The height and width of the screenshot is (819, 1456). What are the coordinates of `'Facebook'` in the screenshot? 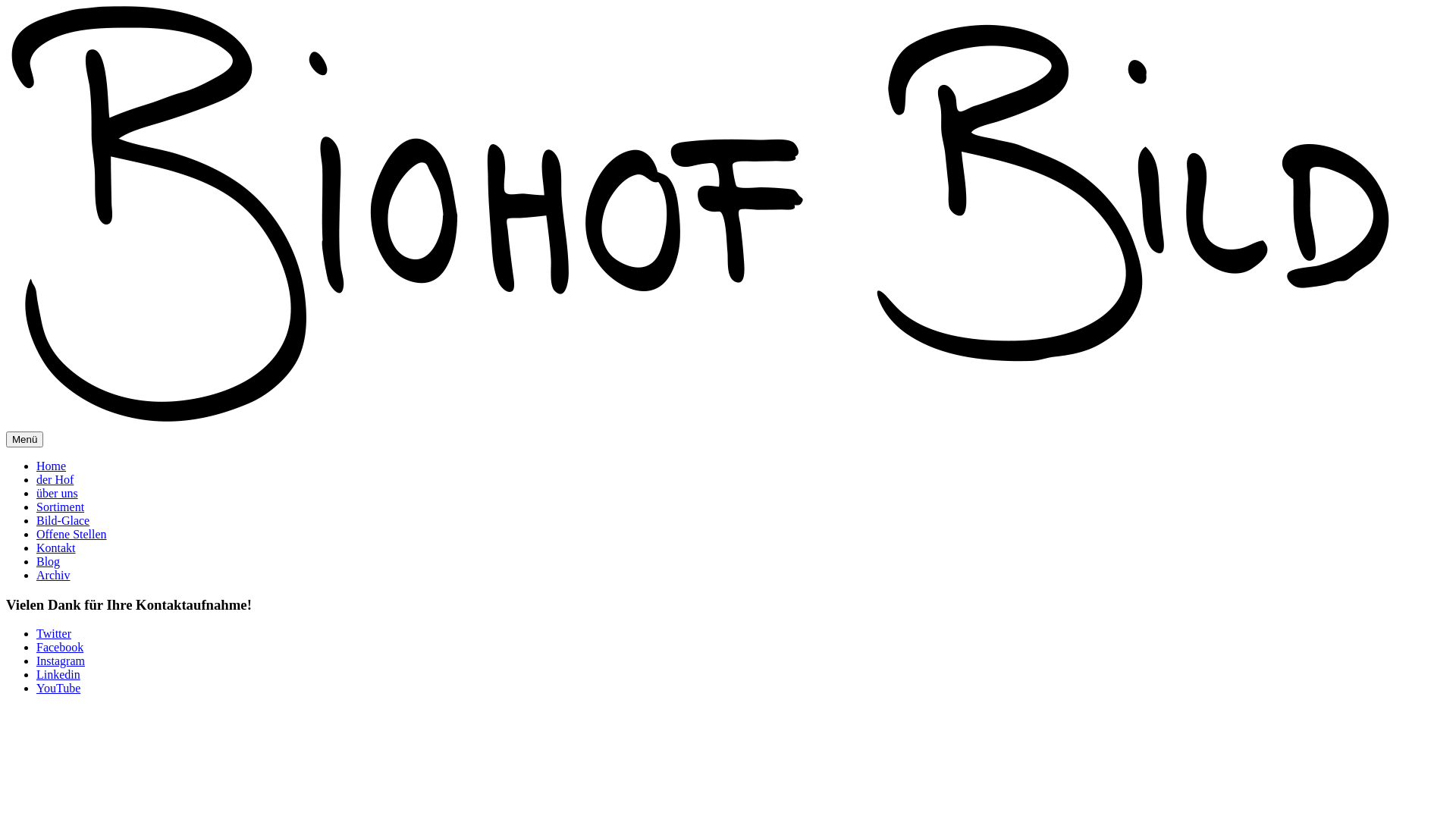 It's located at (59, 647).